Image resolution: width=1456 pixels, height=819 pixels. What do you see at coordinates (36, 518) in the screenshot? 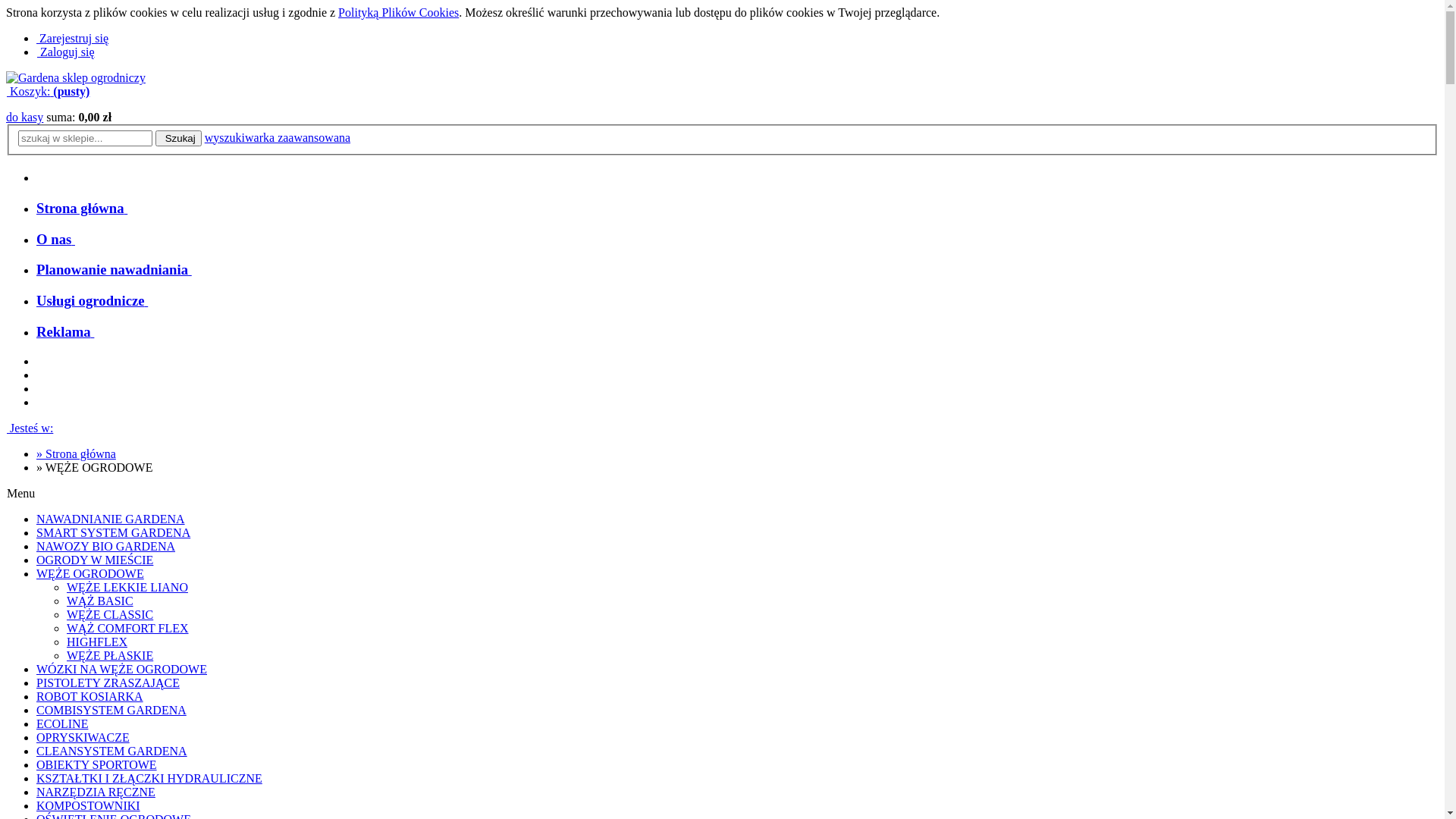
I see `'NAWADNIANIE GARDENA'` at bounding box center [36, 518].